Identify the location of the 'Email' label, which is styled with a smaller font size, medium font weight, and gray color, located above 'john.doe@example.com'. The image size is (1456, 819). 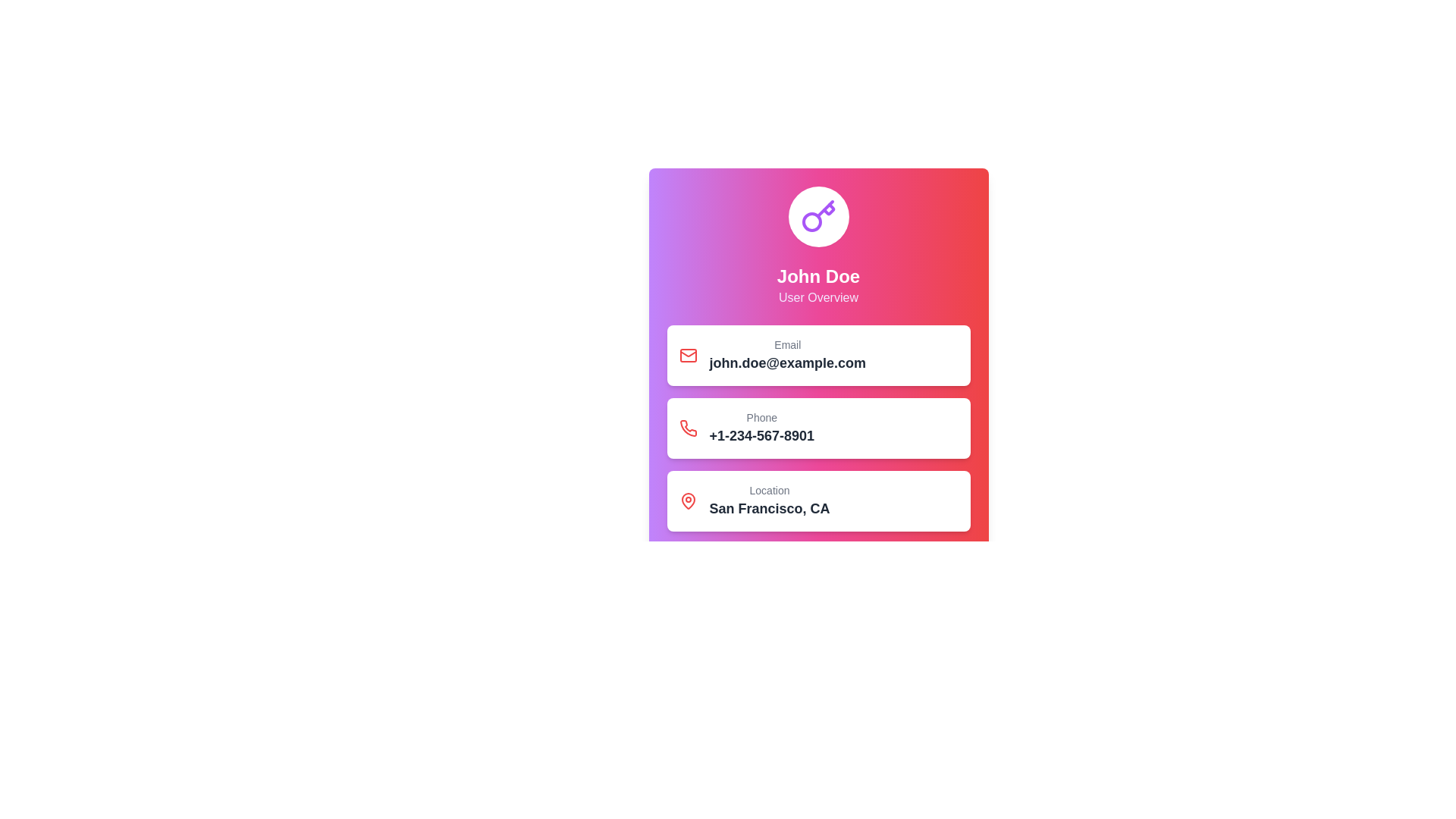
(787, 345).